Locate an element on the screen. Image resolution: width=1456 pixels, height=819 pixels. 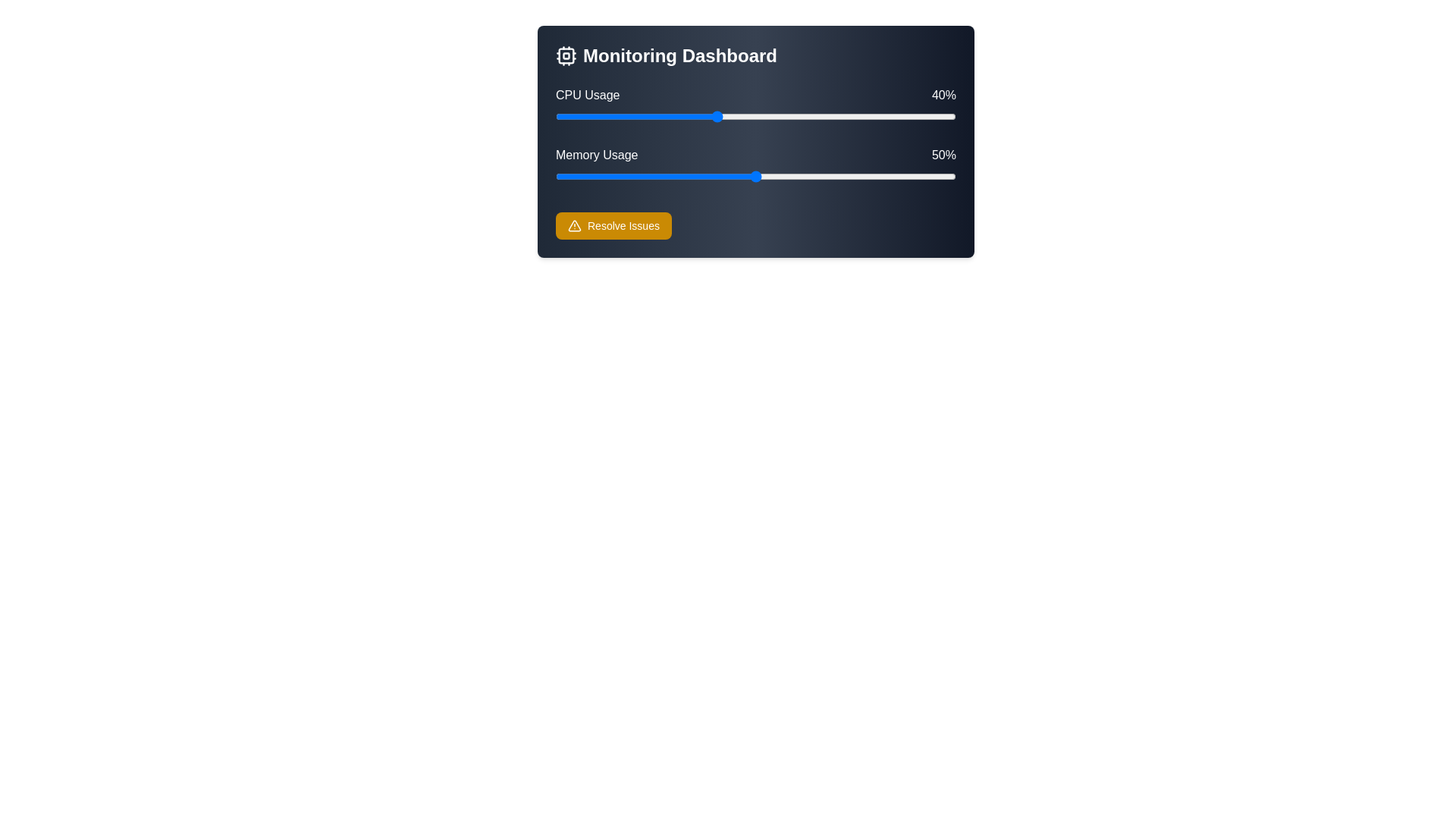
the 'Resolve Issues' button that contains the alert icon located to the left of the text, positioned at the center bottom of the card is located at coordinates (574, 225).